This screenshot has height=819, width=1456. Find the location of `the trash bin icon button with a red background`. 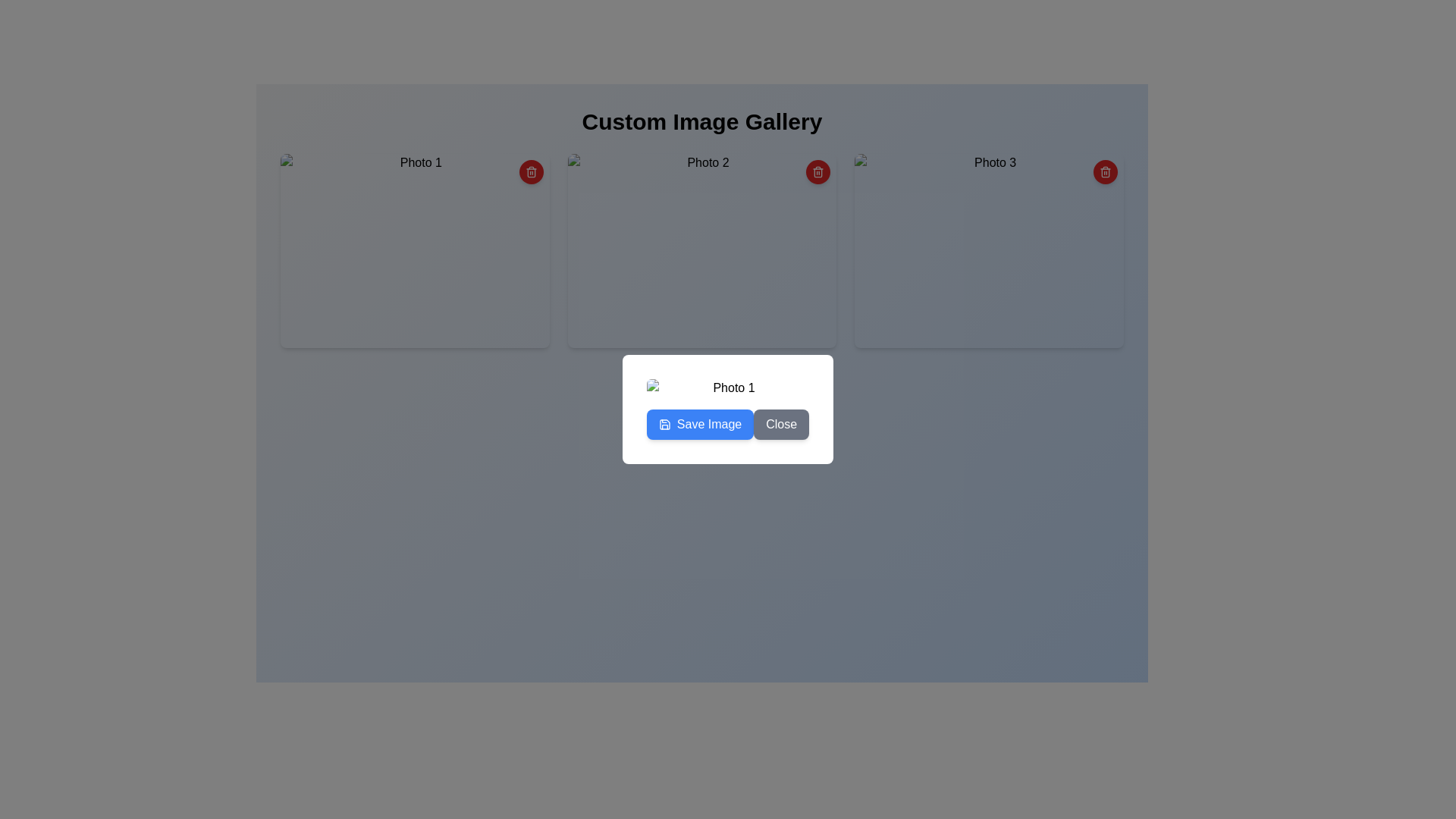

the trash bin icon button with a red background is located at coordinates (1106, 171).